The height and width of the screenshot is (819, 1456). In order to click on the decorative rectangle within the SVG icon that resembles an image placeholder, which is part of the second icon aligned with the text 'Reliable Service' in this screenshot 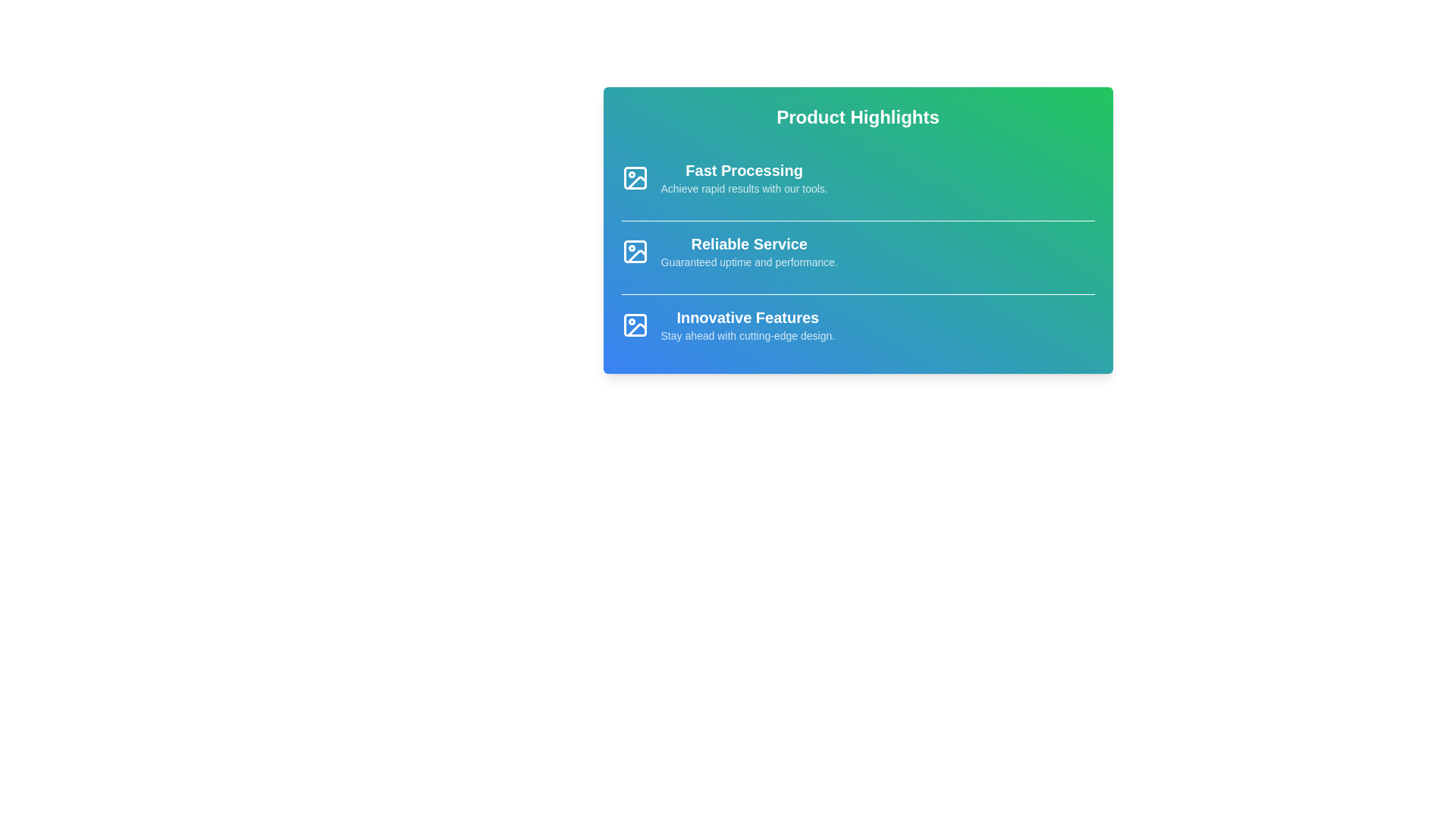, I will do `click(635, 250)`.